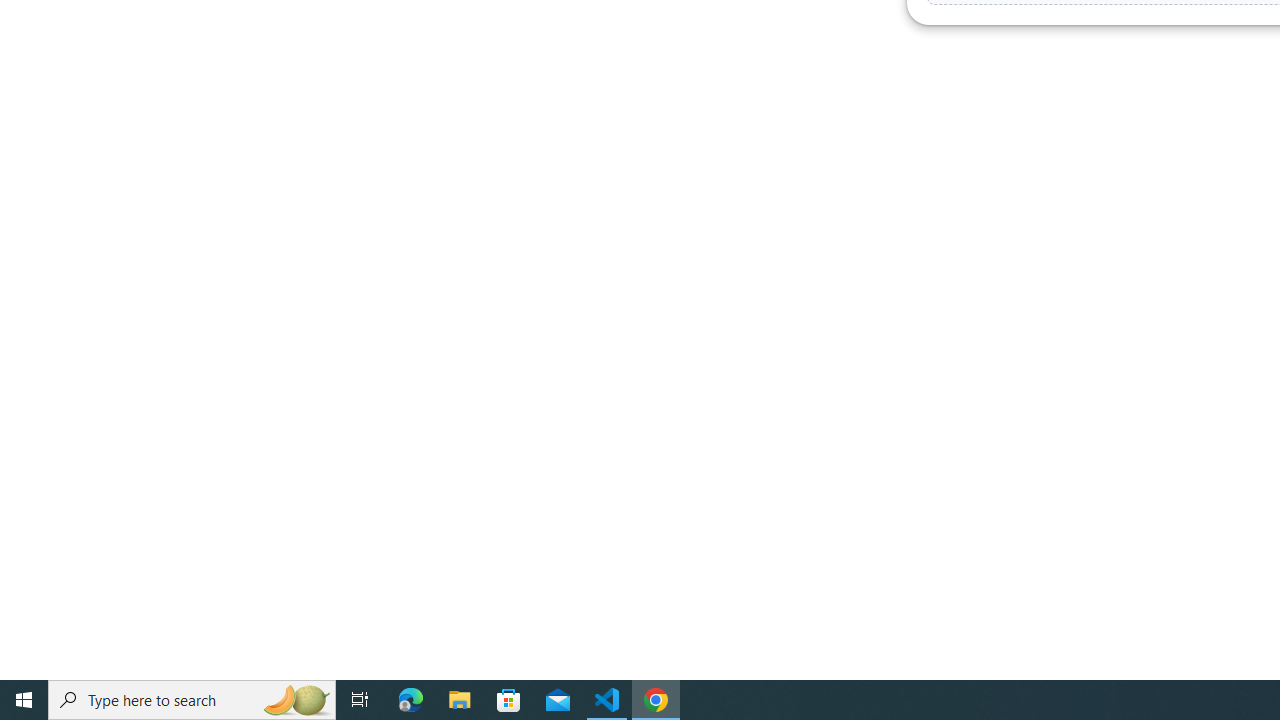  Describe the element at coordinates (410, 698) in the screenshot. I see `'Microsoft Edge'` at that location.